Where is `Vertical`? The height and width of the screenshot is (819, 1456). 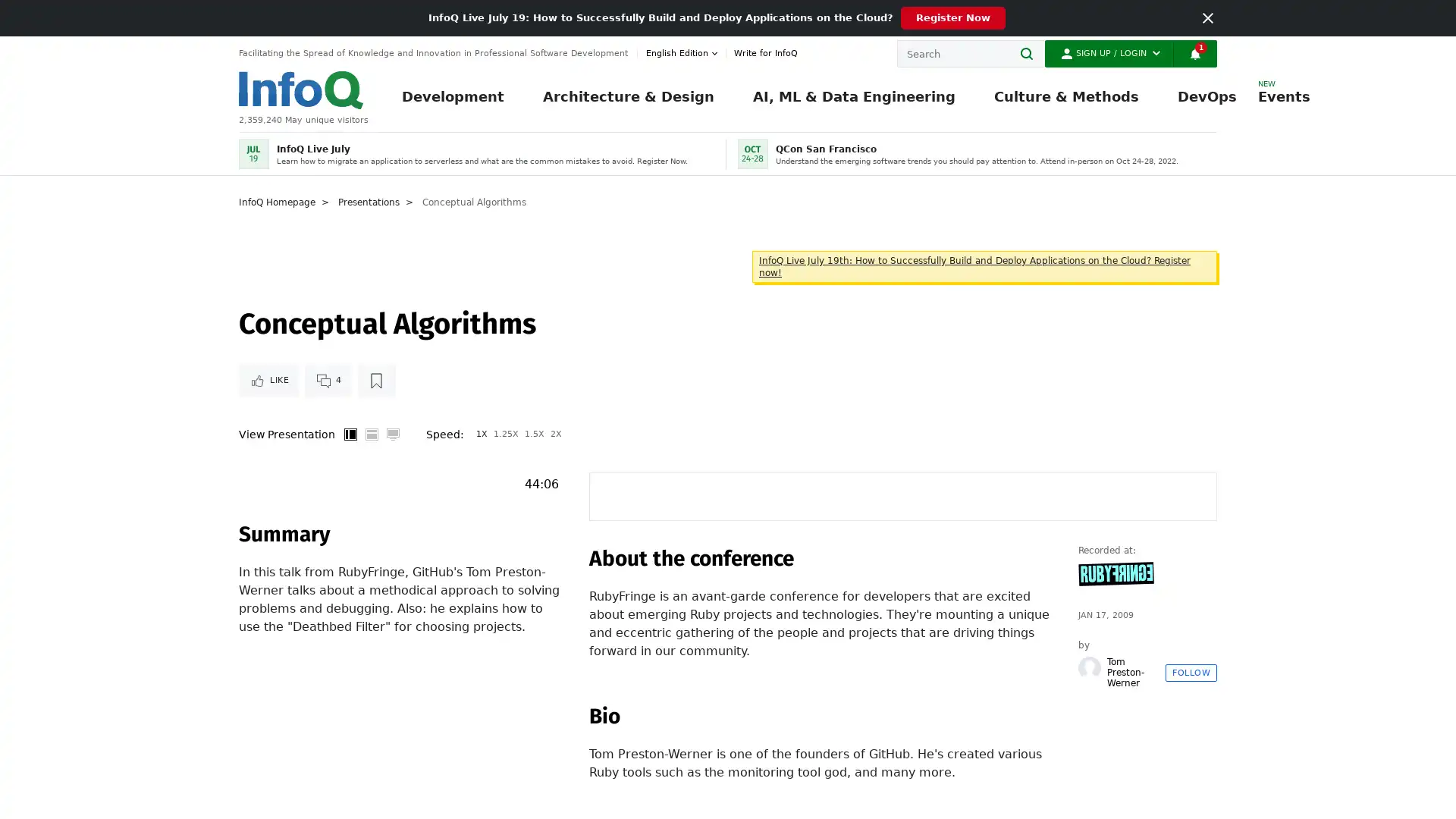 Vertical is located at coordinates (349, 435).